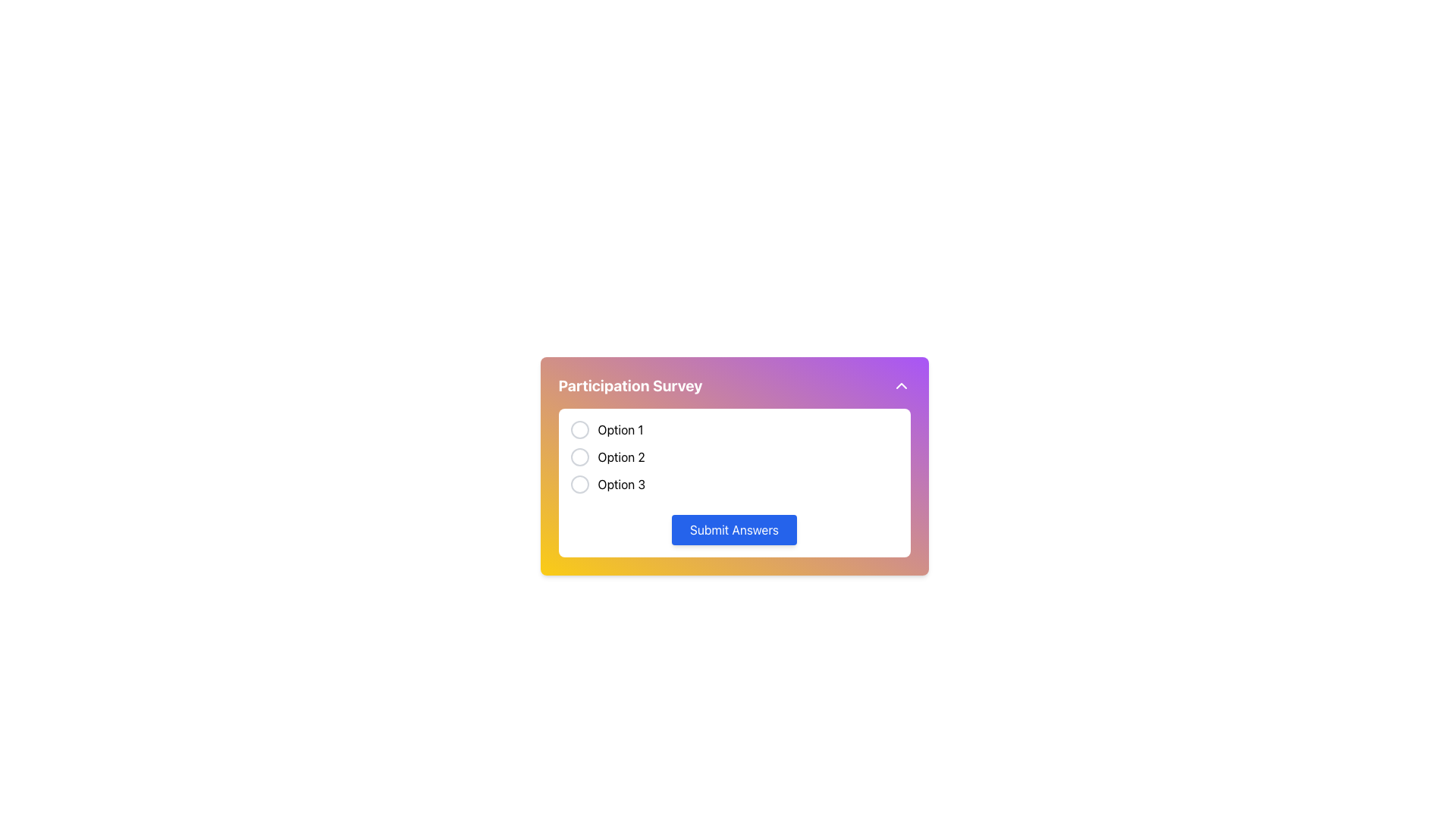 The height and width of the screenshot is (819, 1456). Describe the element at coordinates (901, 385) in the screenshot. I see `the movable upward-facing chevron icon located in the top-right corner of the purple header bar labeled 'Participation Survey'` at that location.